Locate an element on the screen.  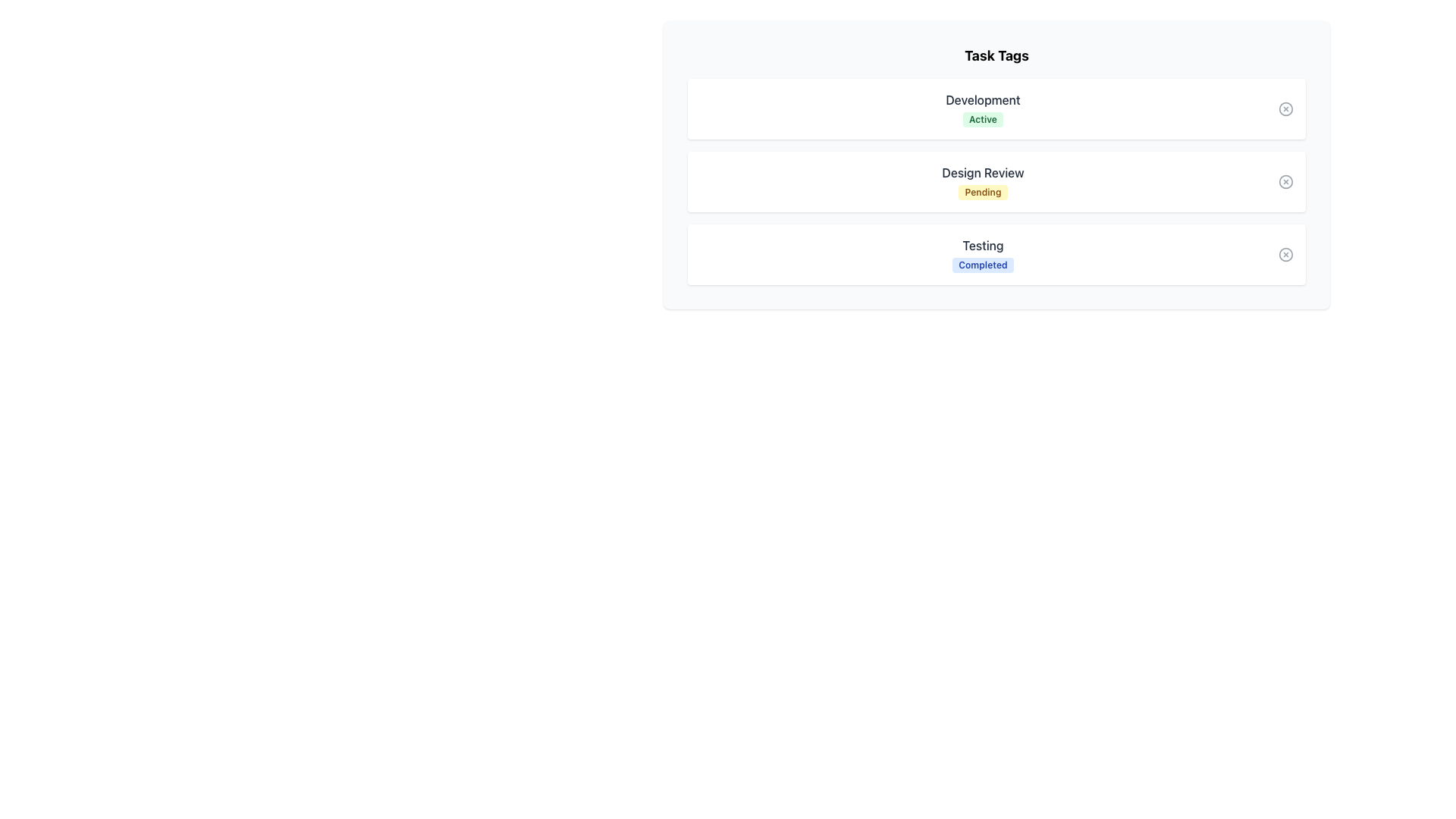
the circular SVG graphic that is part of the 'Development' task icon, located to the far-right of the task row, associated with the 'Active' status label is located at coordinates (1285, 108).